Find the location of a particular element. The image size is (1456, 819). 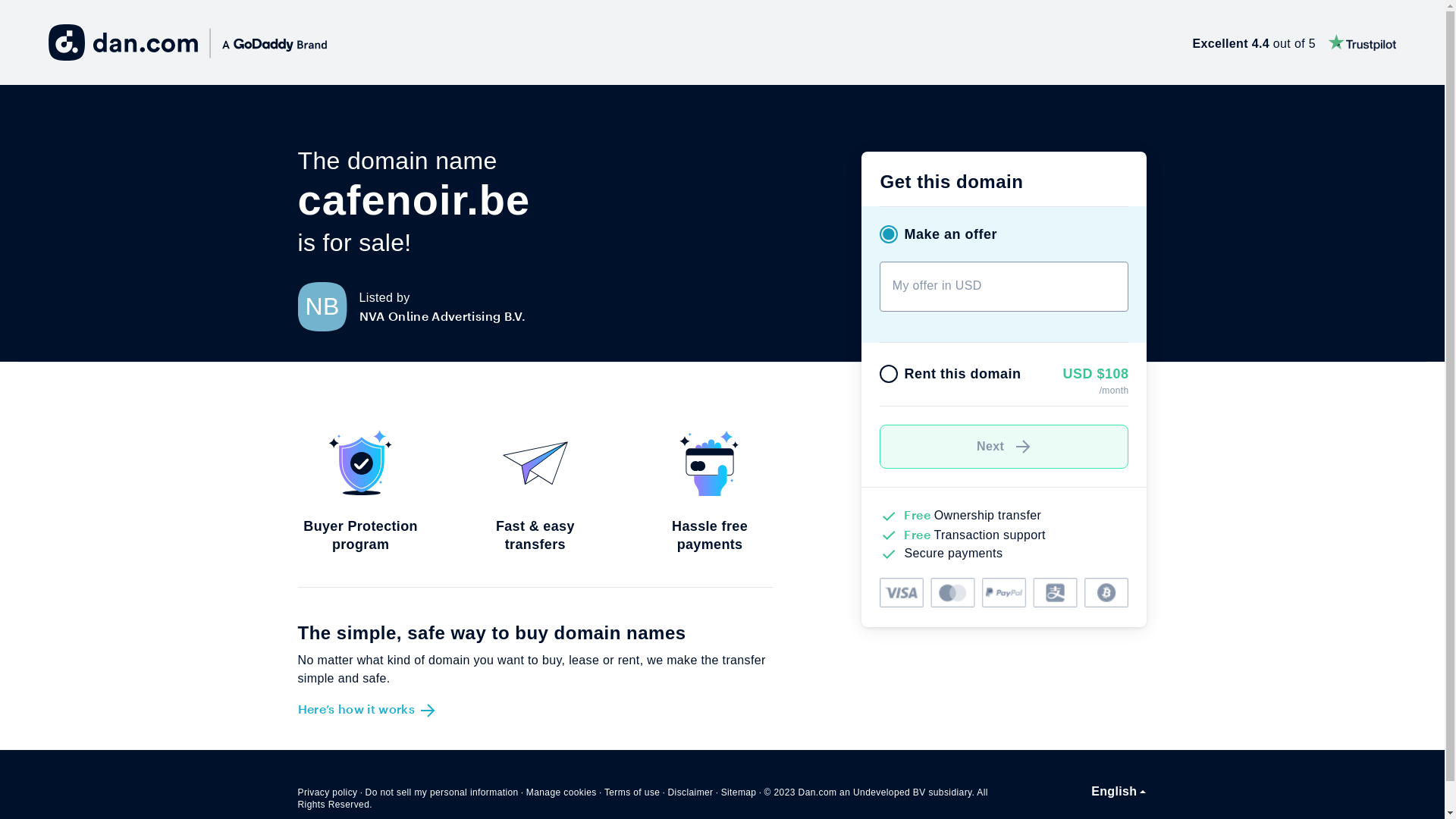

'Privacy policy' is located at coordinates (326, 792).